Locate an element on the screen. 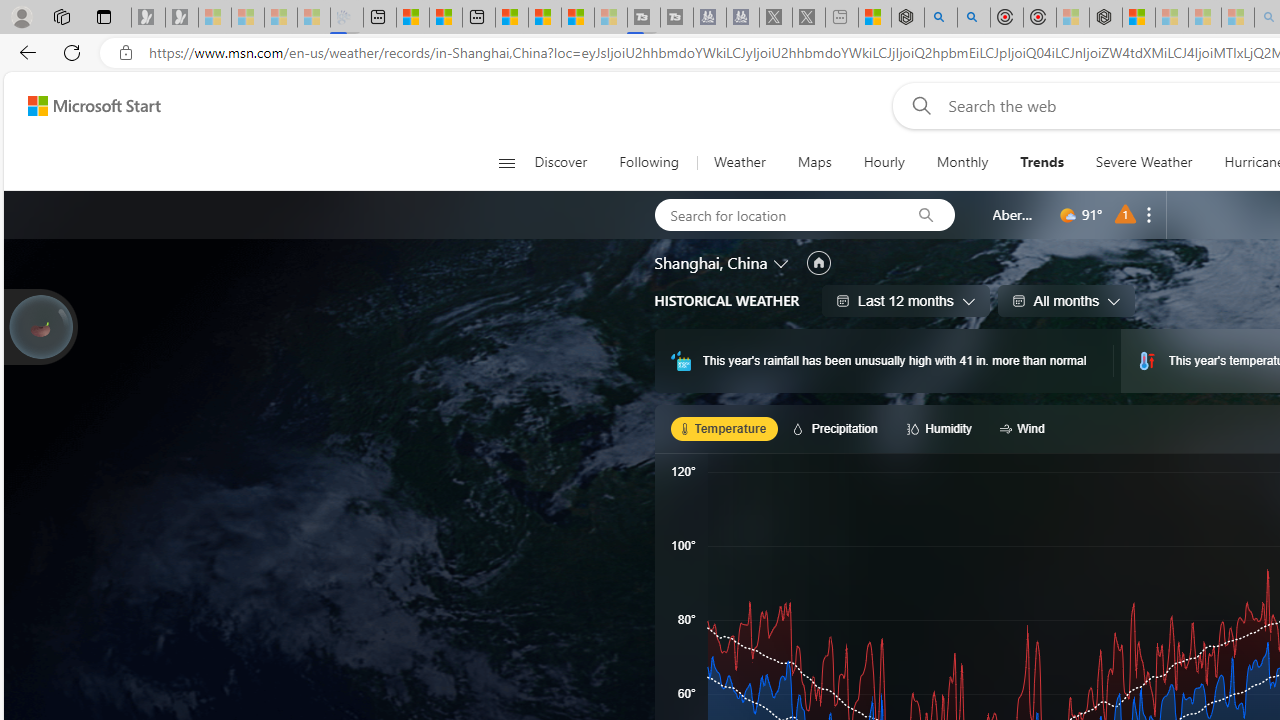 This screenshot has height=720, width=1280. 'Monthly' is located at coordinates (962, 162).